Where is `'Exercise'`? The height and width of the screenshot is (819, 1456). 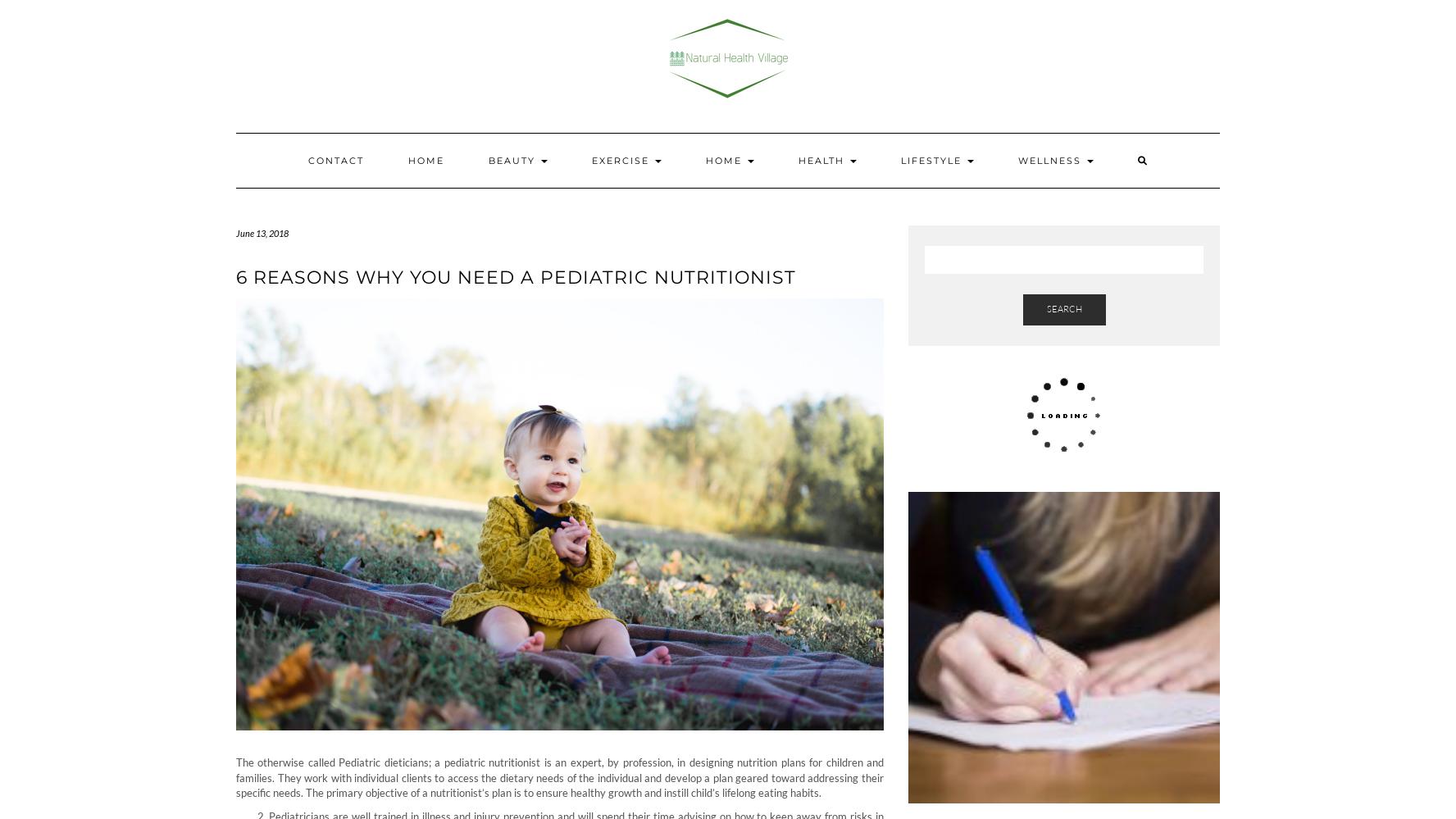 'Exercise' is located at coordinates (621, 160).